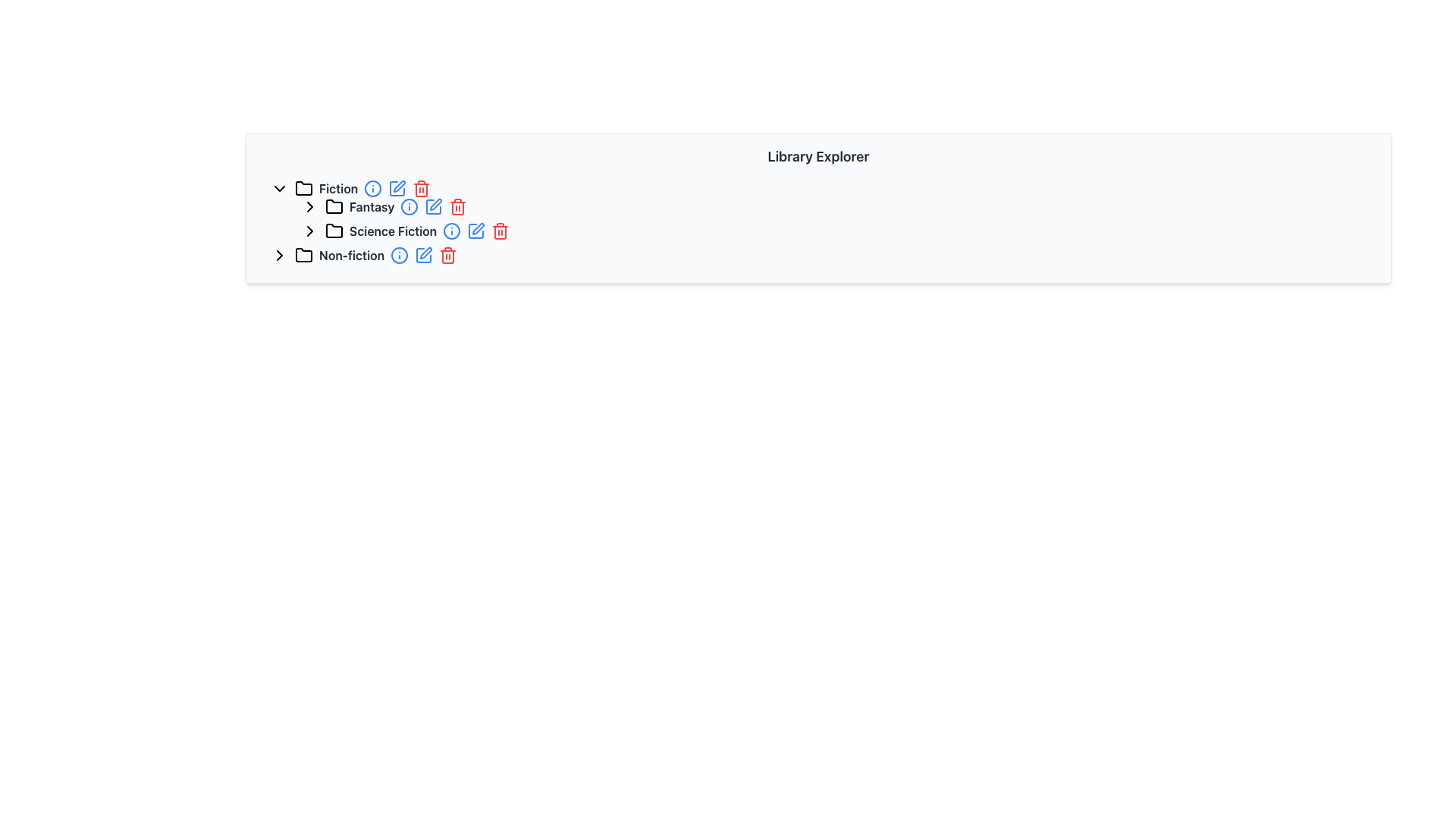 This screenshot has width=1456, height=819. I want to click on the information icon button located to the right of the 'Fiction' text in the Library Explorer interface, so click(373, 188).